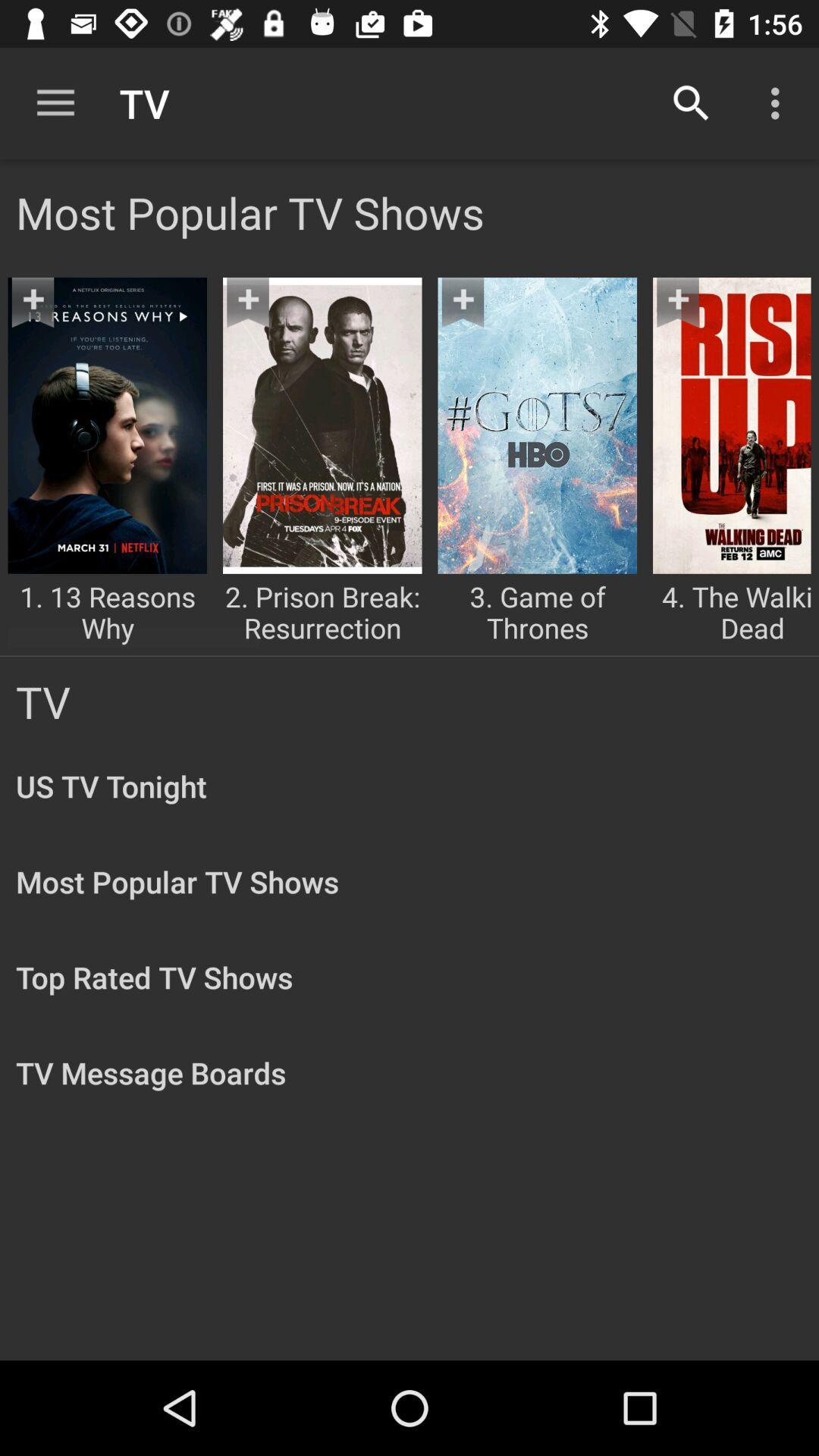 The image size is (819, 1456). Describe the element at coordinates (779, 102) in the screenshot. I see `the item above the most popular tv` at that location.